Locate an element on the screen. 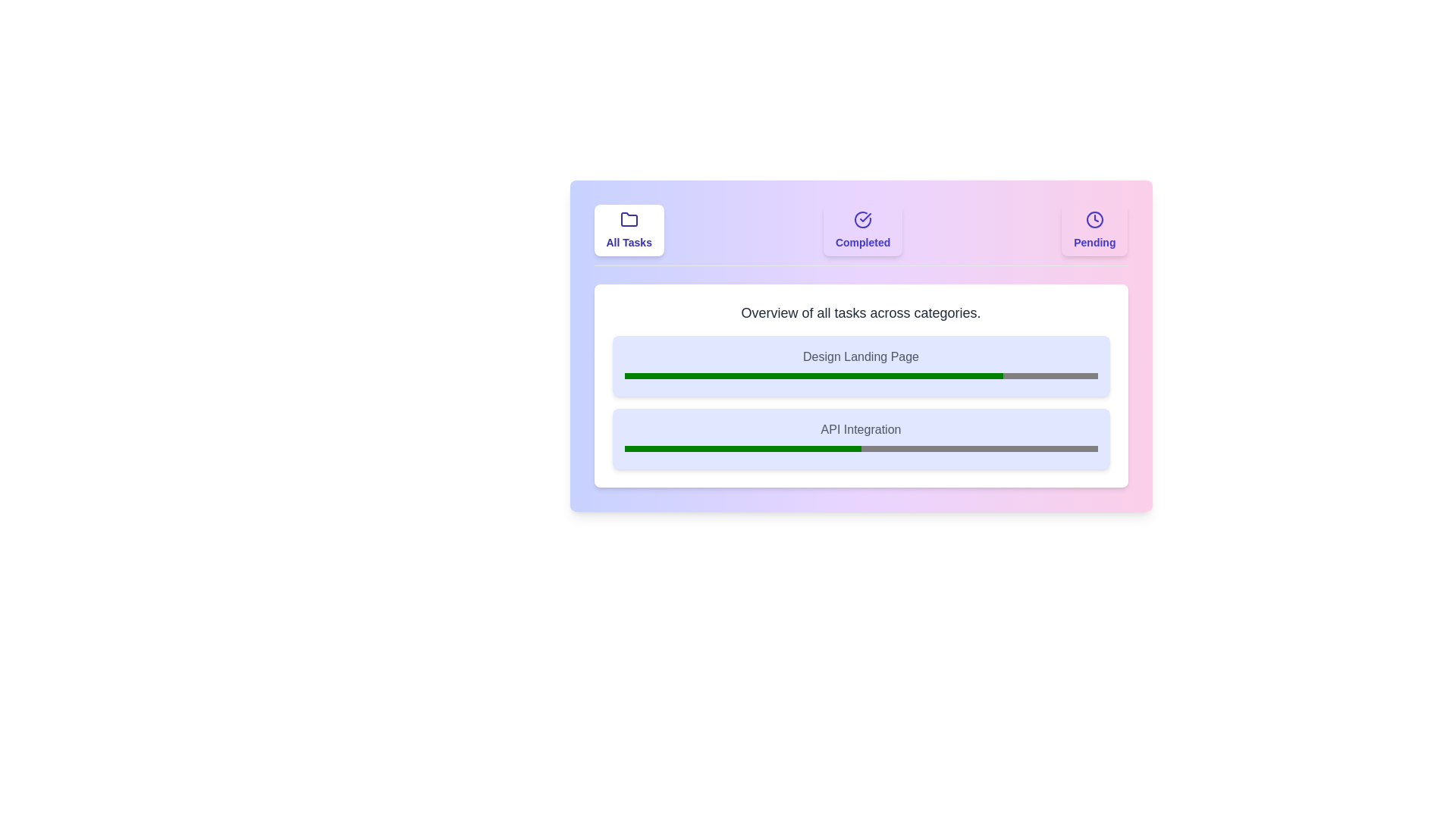 The image size is (1456, 819). the middle button labeled 'Completed' with a checkmark icon to filter tasks in the task overview interface is located at coordinates (861, 235).